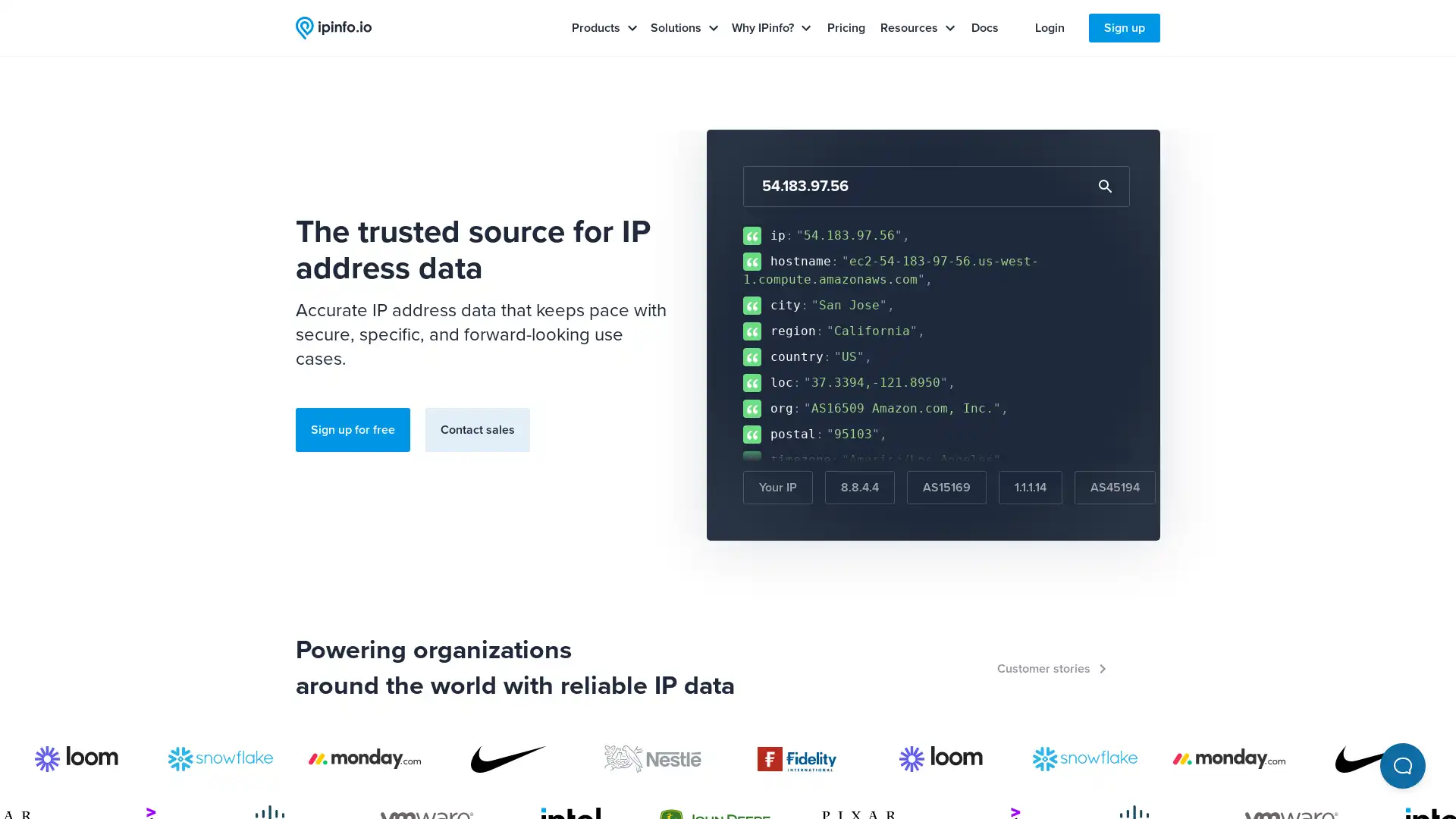 Image resolution: width=1456 pixels, height=819 pixels. What do you see at coordinates (917, 28) in the screenshot?
I see `Resources` at bounding box center [917, 28].